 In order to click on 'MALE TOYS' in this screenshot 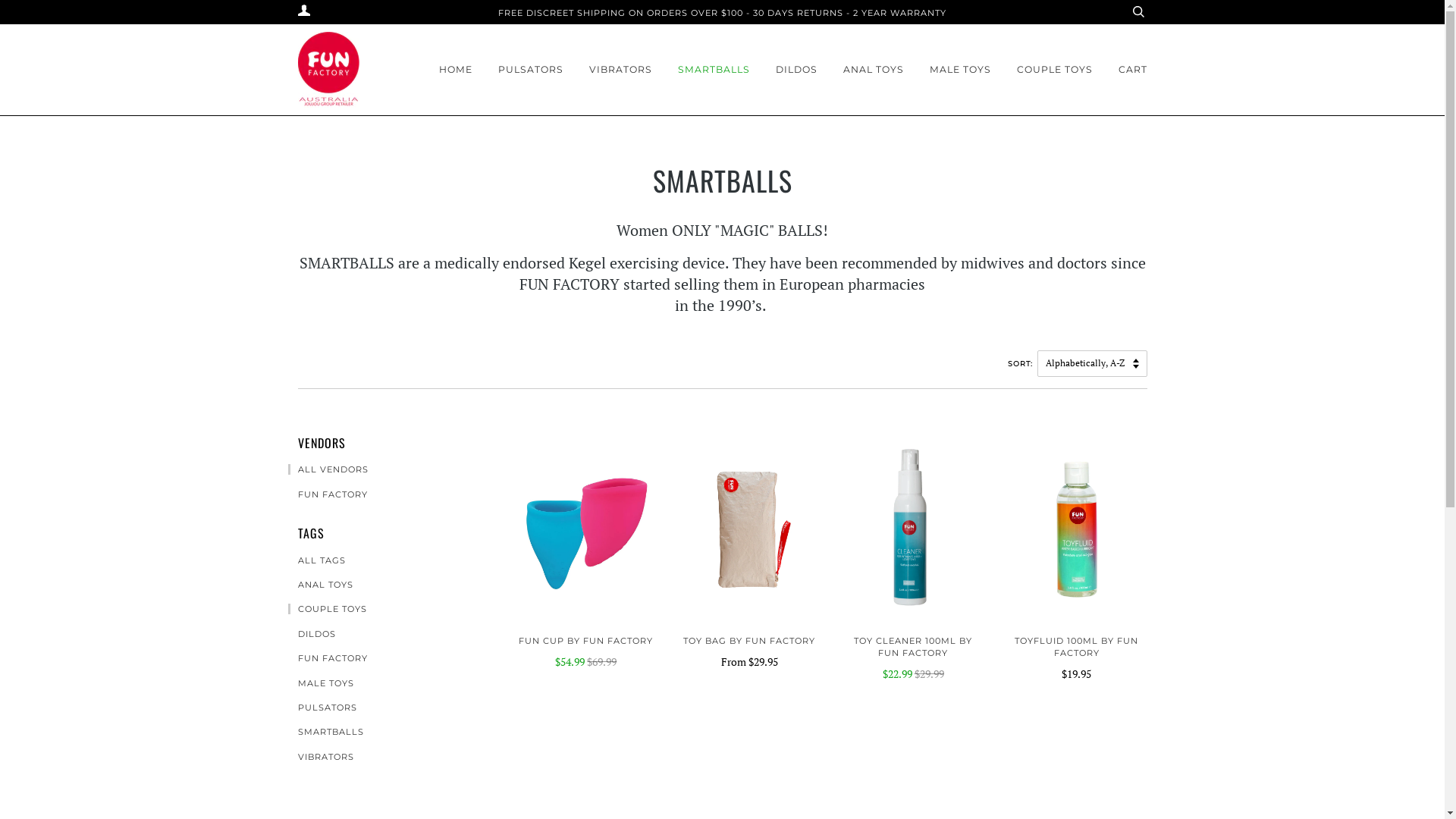, I will do `click(959, 70)`.